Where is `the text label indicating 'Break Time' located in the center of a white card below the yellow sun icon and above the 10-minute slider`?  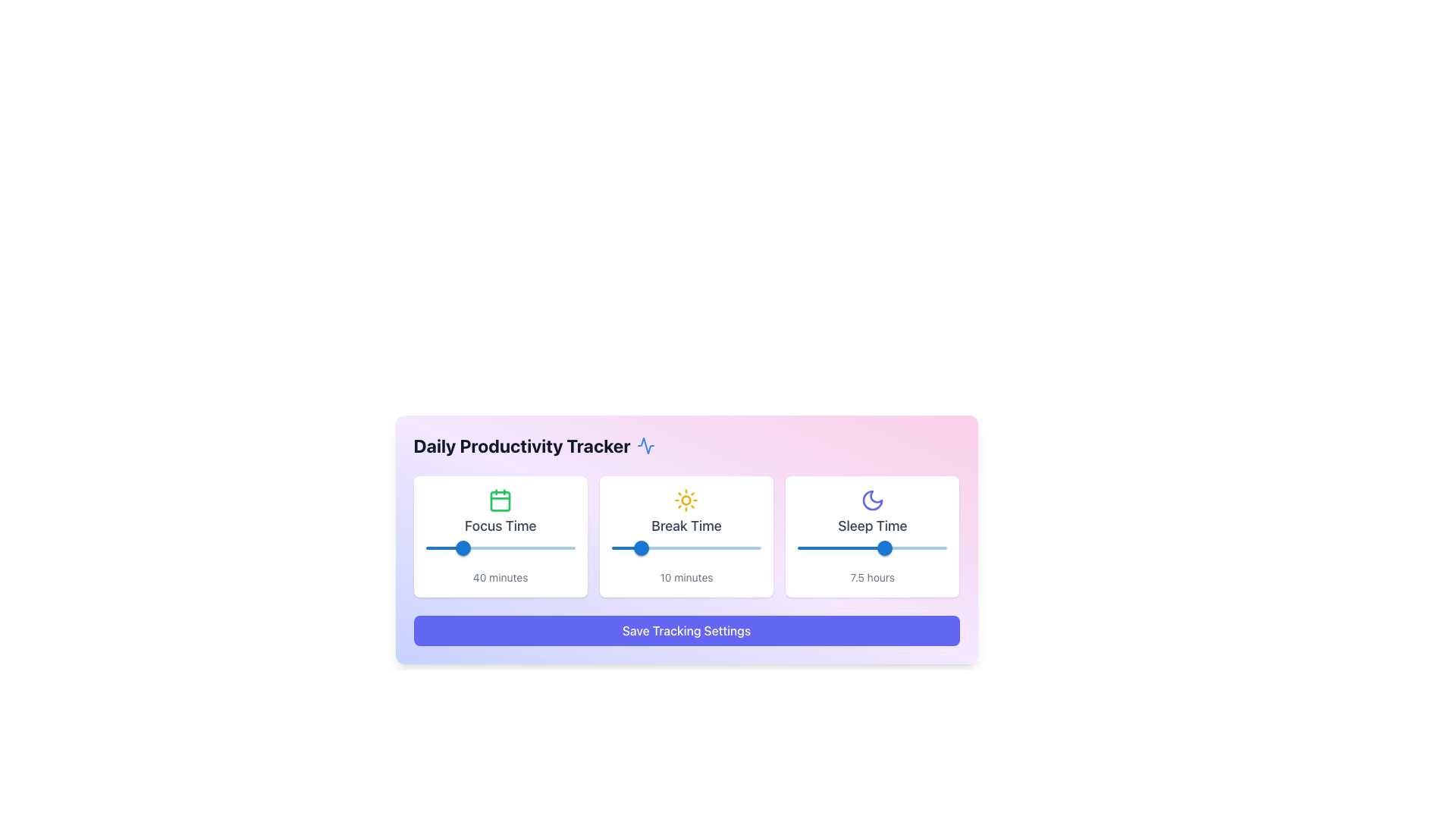
the text label indicating 'Break Time' located in the center of a white card below the yellow sun icon and above the 10-minute slider is located at coordinates (686, 526).